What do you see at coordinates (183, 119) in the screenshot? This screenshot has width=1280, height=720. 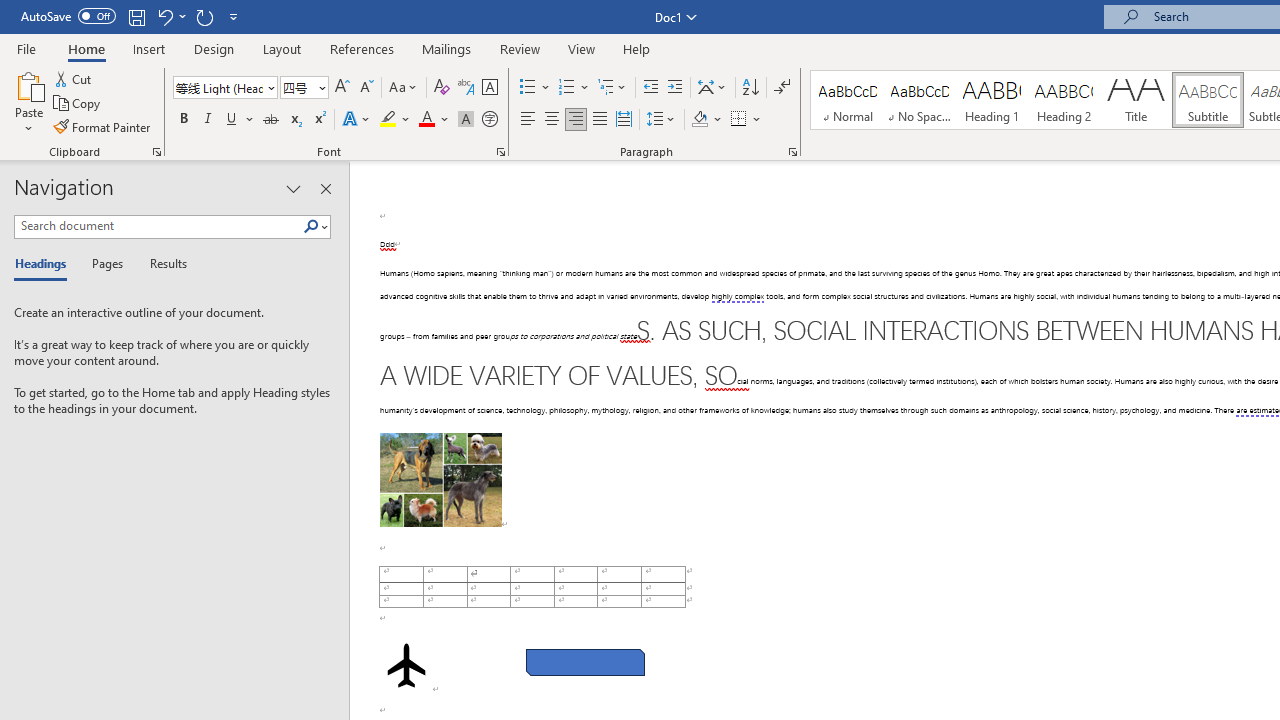 I see `'Bold'` at bounding box center [183, 119].